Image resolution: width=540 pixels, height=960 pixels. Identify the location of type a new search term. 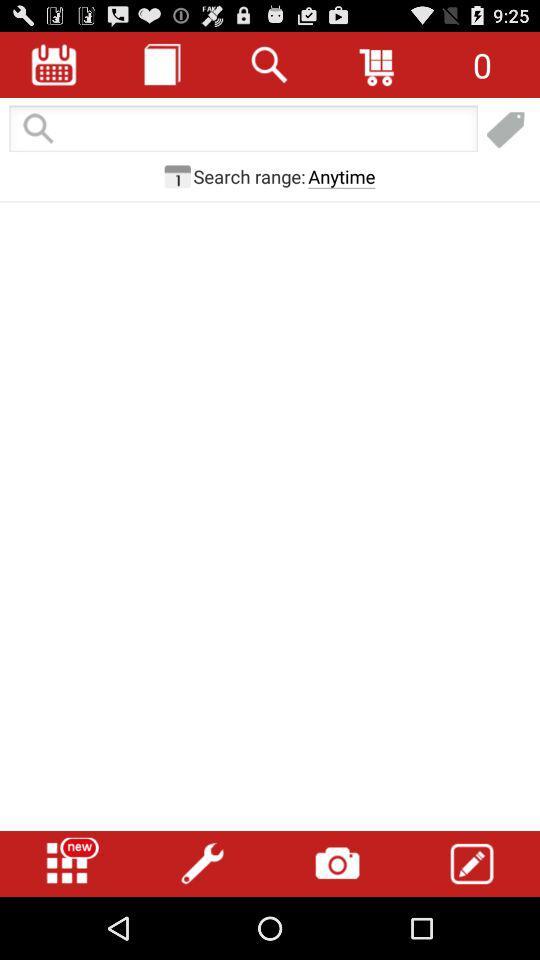
(243, 129).